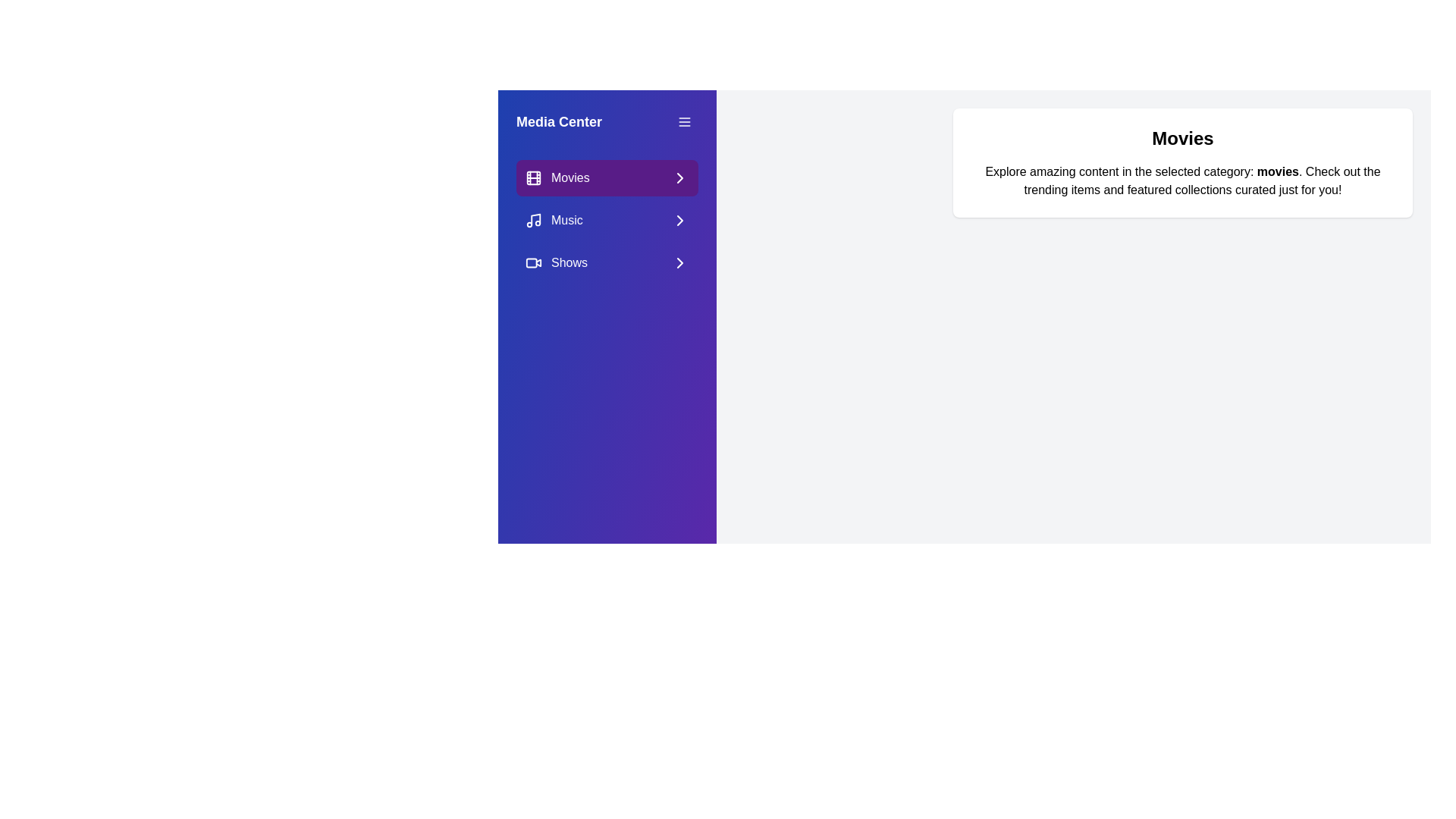 Image resolution: width=1456 pixels, height=819 pixels. I want to click on the SVG graphic representing the video icon adjacent, so click(532, 262).